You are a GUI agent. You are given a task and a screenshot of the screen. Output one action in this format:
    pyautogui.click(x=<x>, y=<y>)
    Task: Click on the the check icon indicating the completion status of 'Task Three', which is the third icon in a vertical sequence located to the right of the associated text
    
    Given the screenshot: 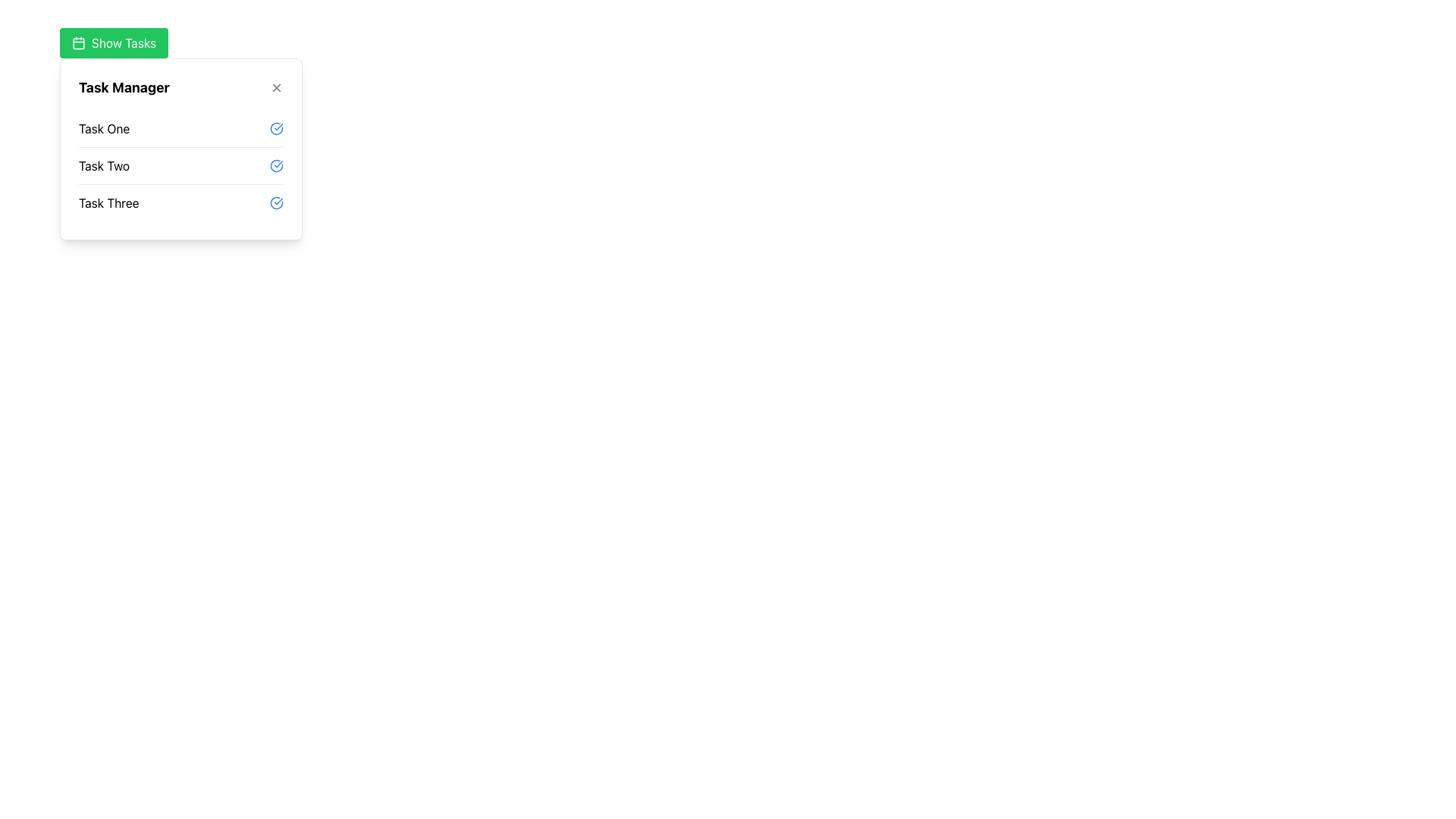 What is the action you would take?
    pyautogui.click(x=276, y=202)
    